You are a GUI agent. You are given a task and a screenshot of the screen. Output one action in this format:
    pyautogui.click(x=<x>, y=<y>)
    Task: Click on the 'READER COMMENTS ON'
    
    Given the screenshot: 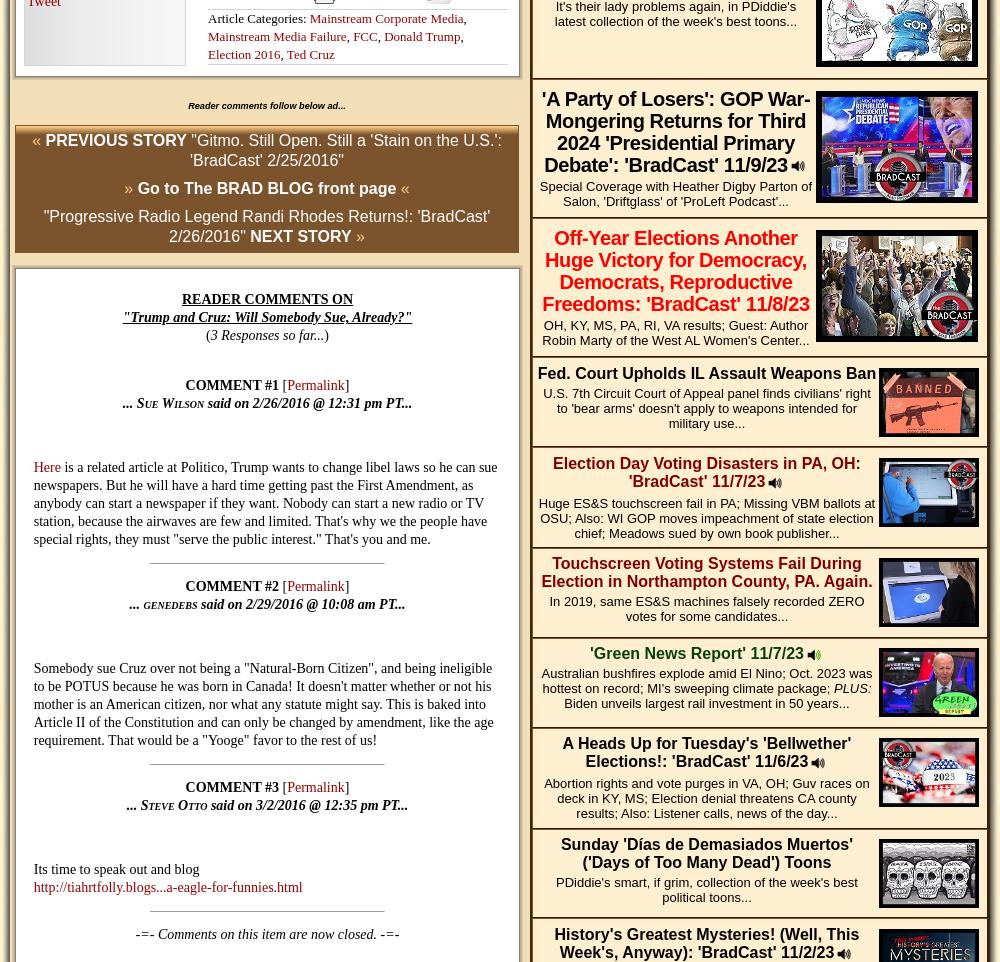 What is the action you would take?
    pyautogui.click(x=181, y=298)
    